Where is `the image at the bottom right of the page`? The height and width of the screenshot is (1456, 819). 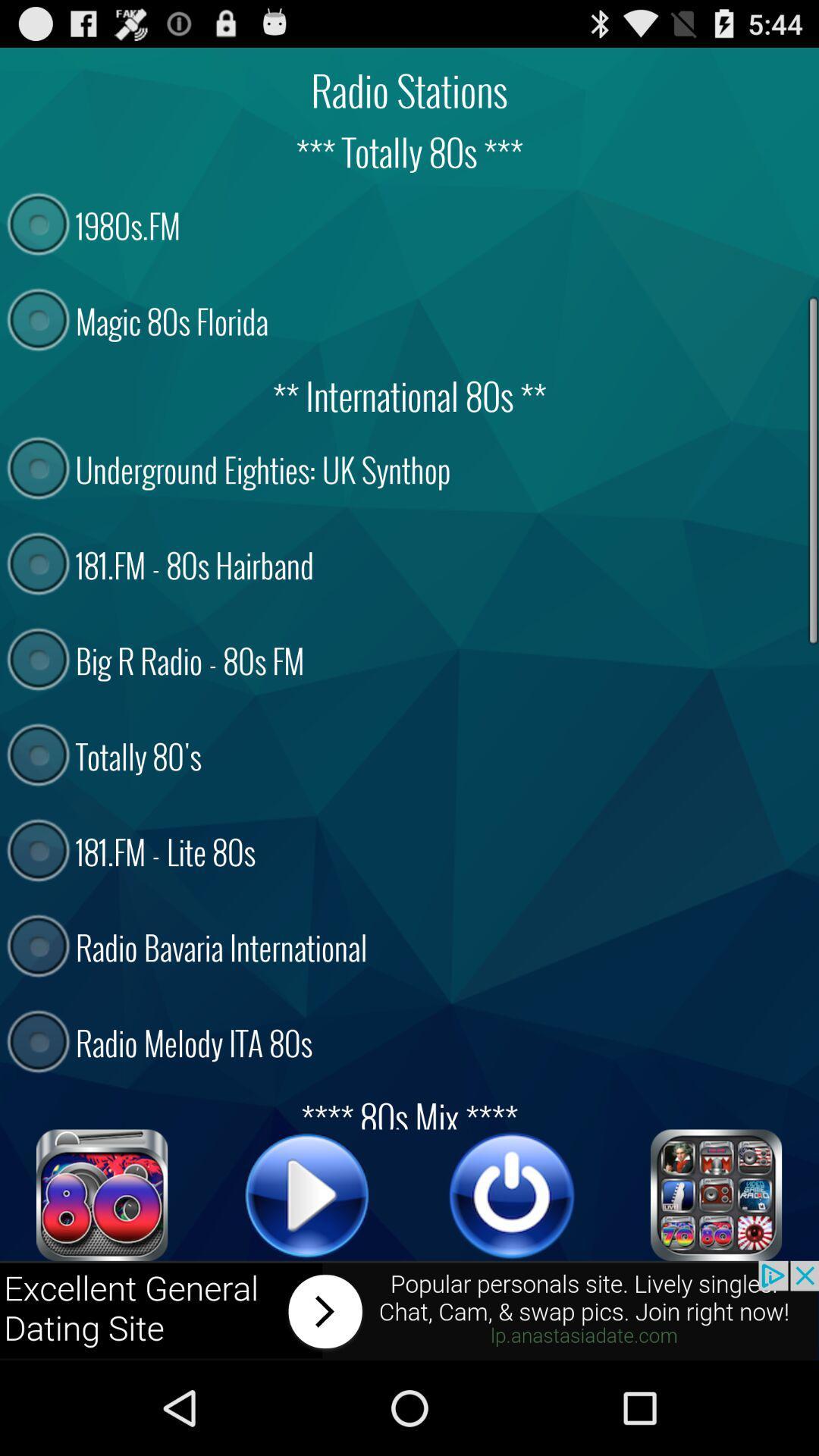
the image at the bottom right of the page is located at coordinates (717, 1194).